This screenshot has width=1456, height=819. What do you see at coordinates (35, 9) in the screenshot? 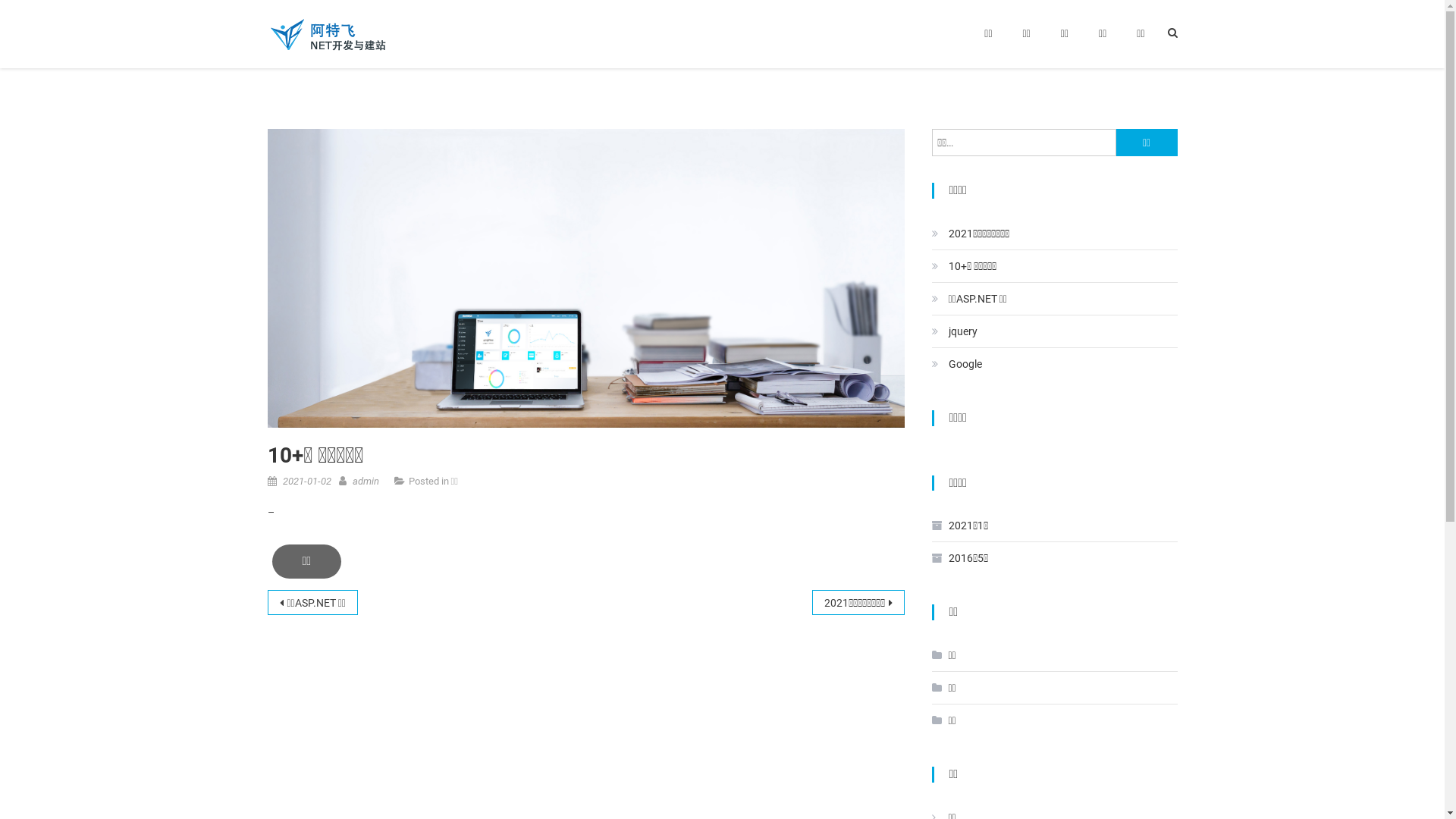
I see `'Skip to content'` at bounding box center [35, 9].